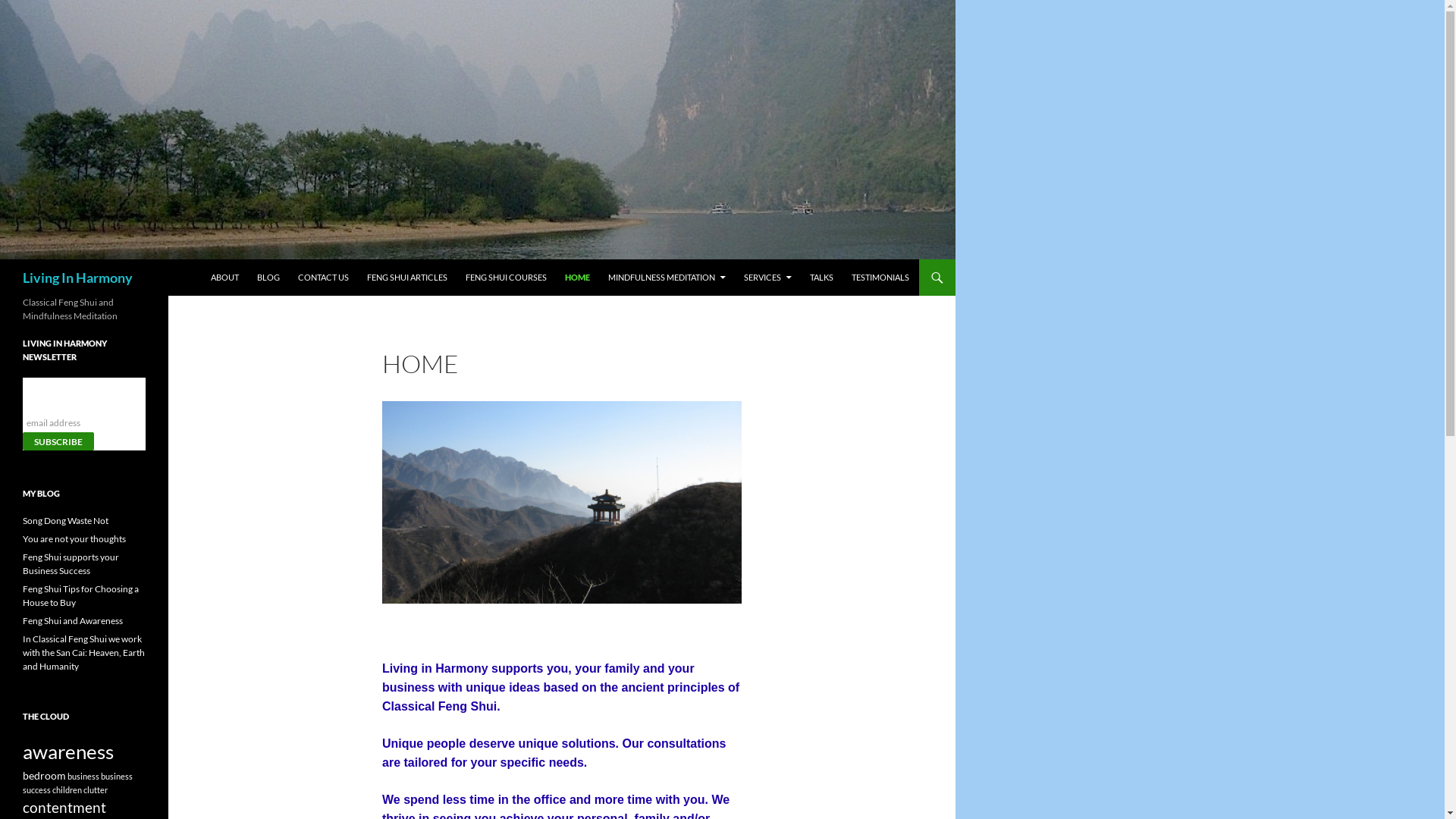 Image resolution: width=1456 pixels, height=819 pixels. What do you see at coordinates (3, 268) in the screenshot?
I see `'Search'` at bounding box center [3, 268].